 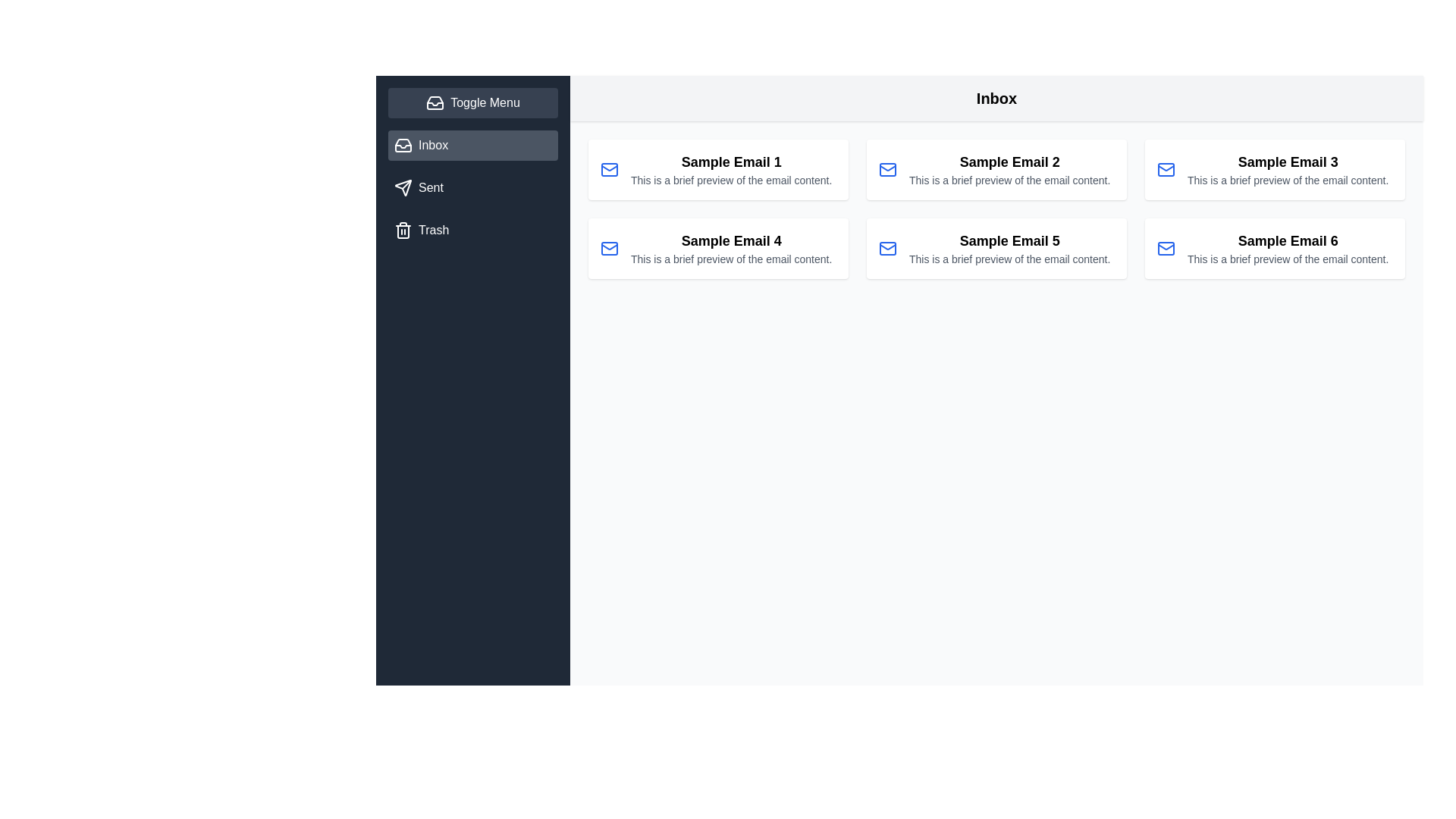 What do you see at coordinates (403, 231) in the screenshot?
I see `the trash can icon located in the left-side navigation menu next to the 'Trash' text` at bounding box center [403, 231].